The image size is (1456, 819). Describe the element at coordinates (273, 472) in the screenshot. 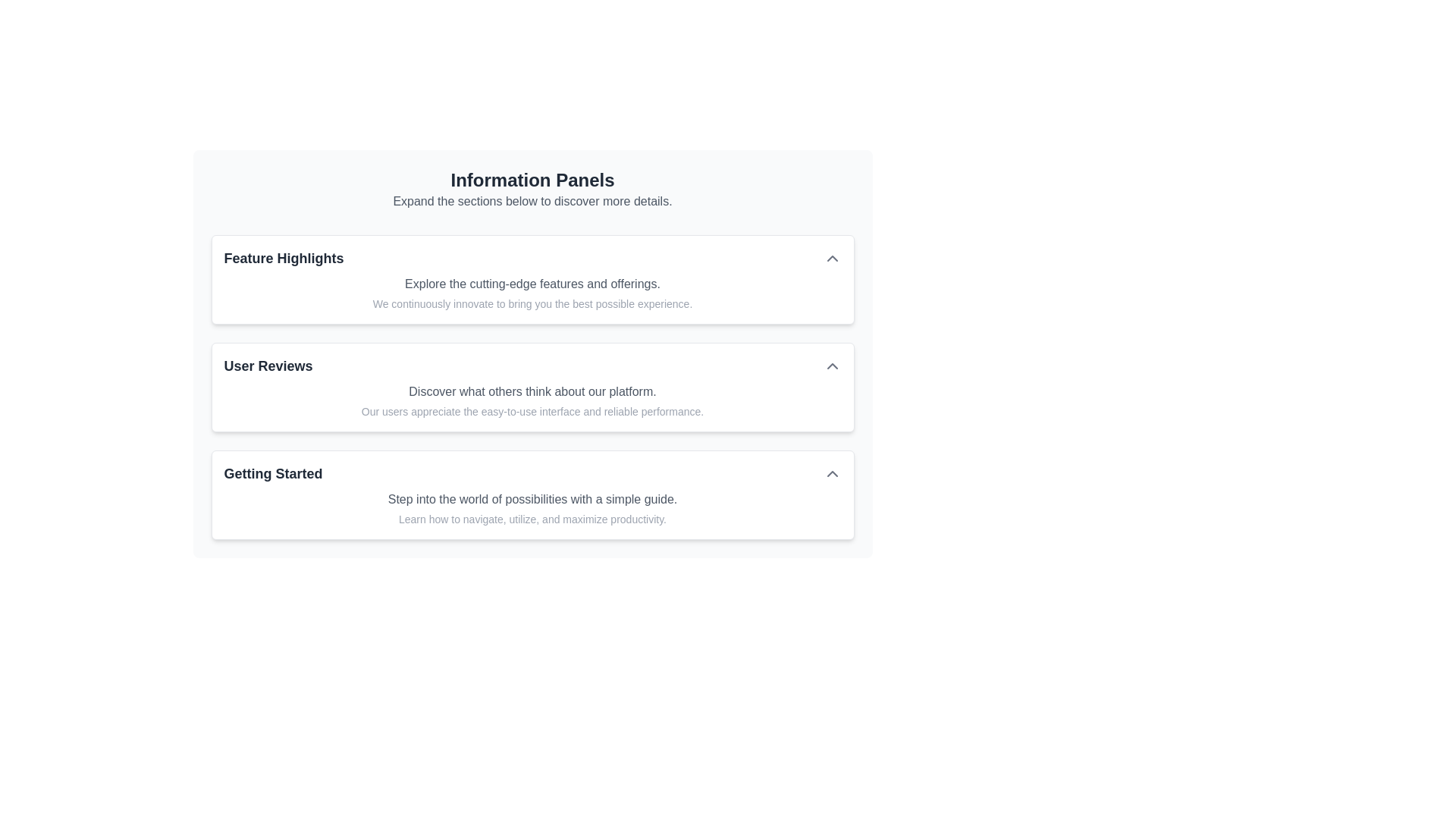

I see `the text label displaying 'Getting Started', which is styled in bold, sizable dark gray font, located in the third collapsible section of the interface` at that location.